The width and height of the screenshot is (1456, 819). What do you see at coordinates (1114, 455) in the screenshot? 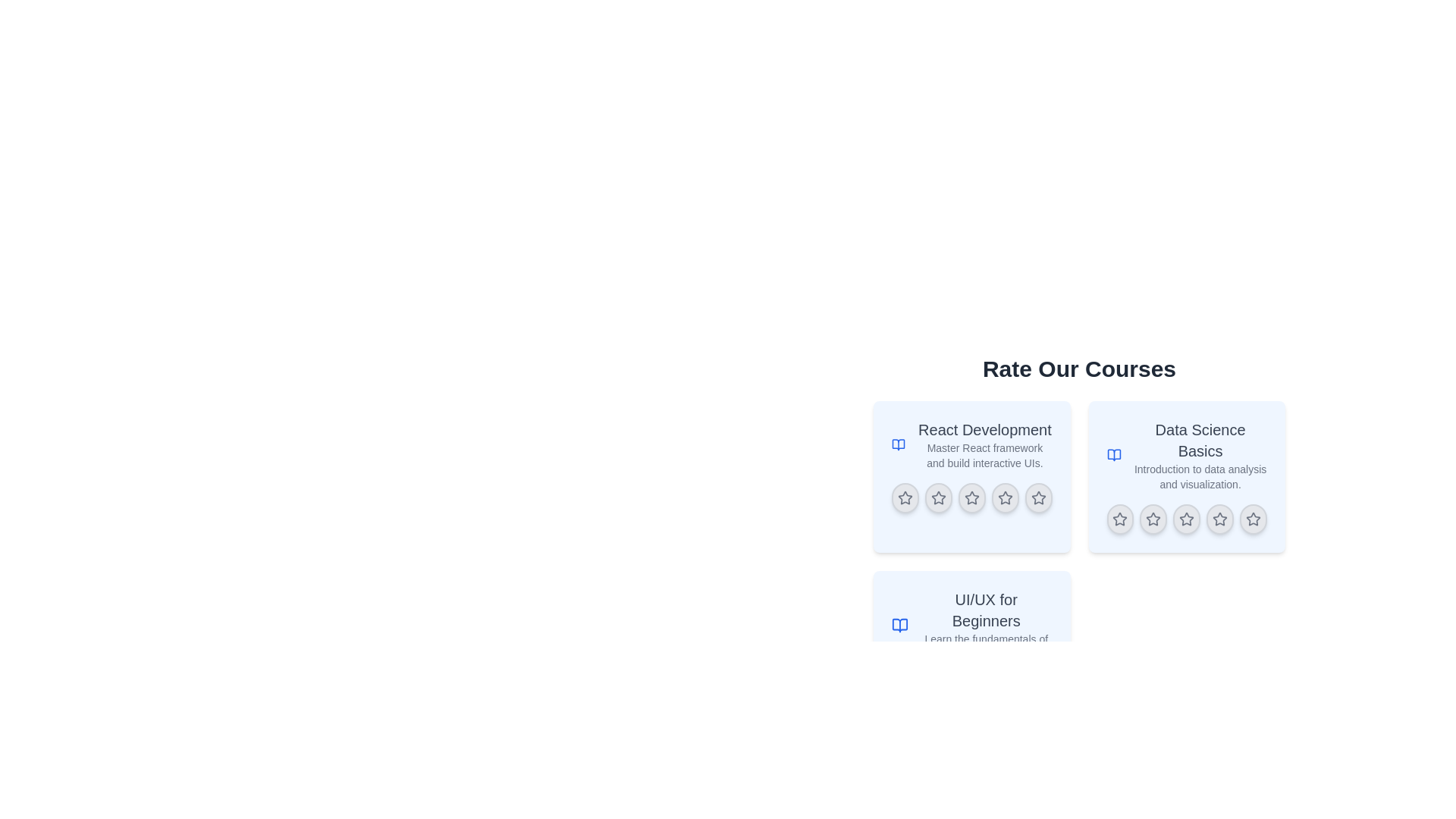
I see `the blue-colored open book icon located at the top-left corner of the 'Data Science Basics' course card, adjacent to the course title` at bounding box center [1114, 455].